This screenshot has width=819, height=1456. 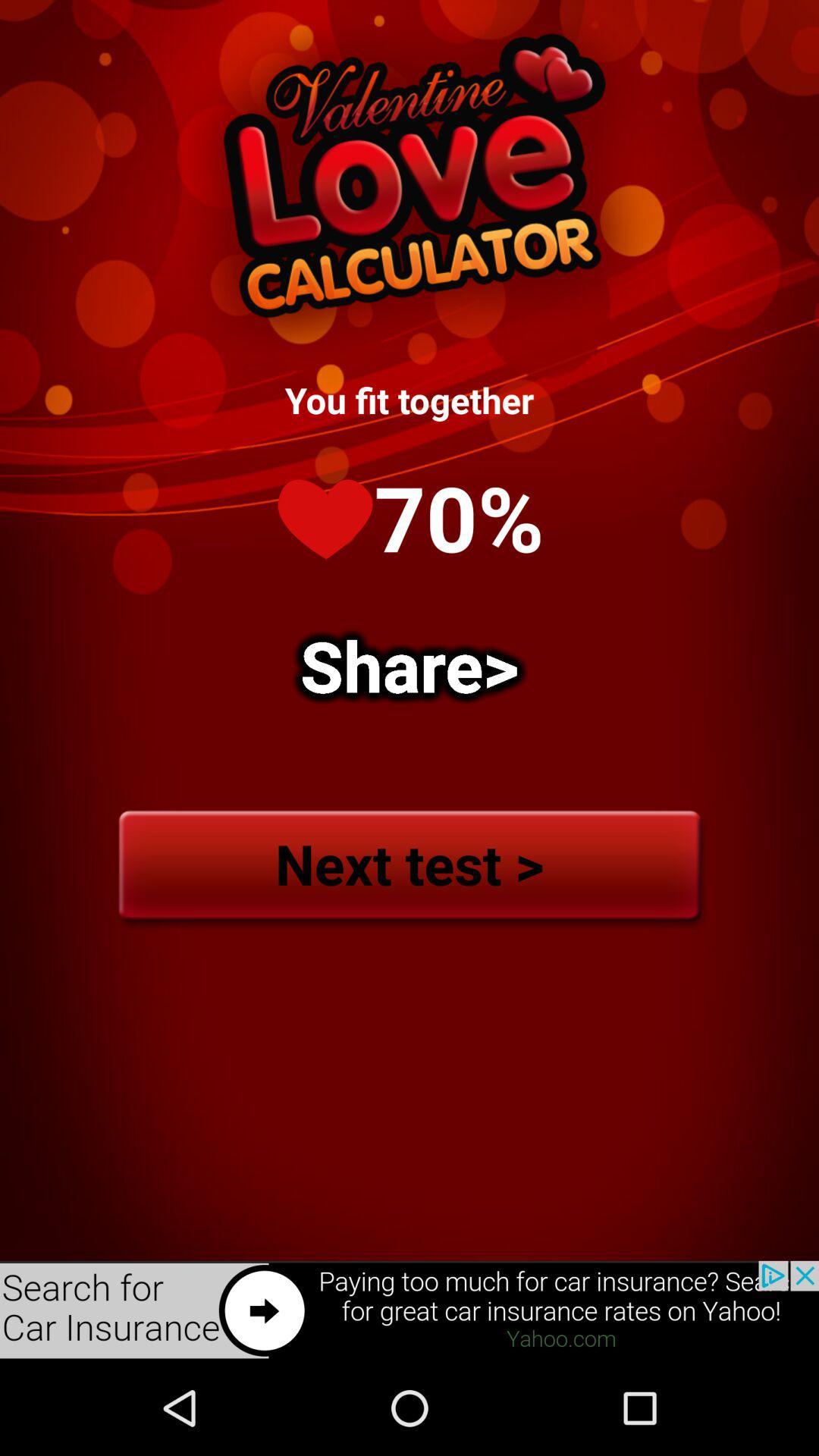 What do you see at coordinates (409, 1310) in the screenshot?
I see `to search about car insurance` at bounding box center [409, 1310].